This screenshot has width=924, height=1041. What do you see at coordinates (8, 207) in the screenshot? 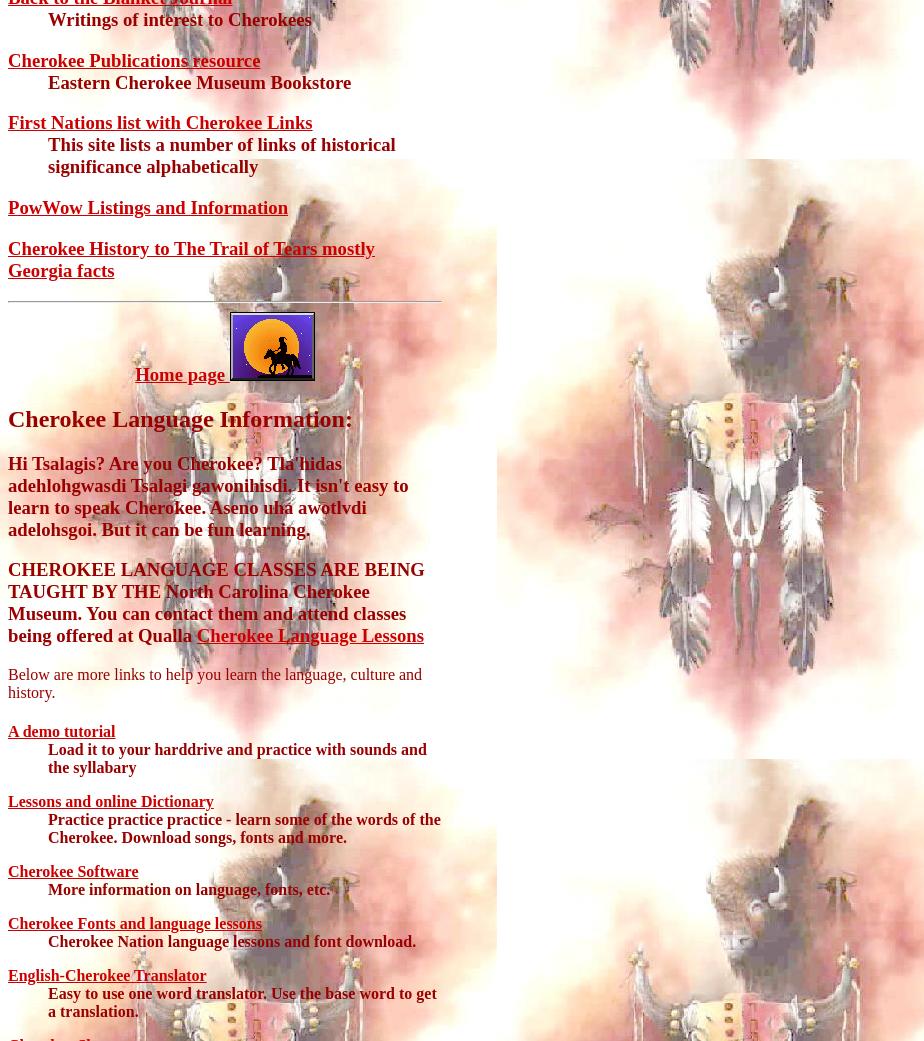
I see `'PowWow Listings and Information'` at bounding box center [8, 207].